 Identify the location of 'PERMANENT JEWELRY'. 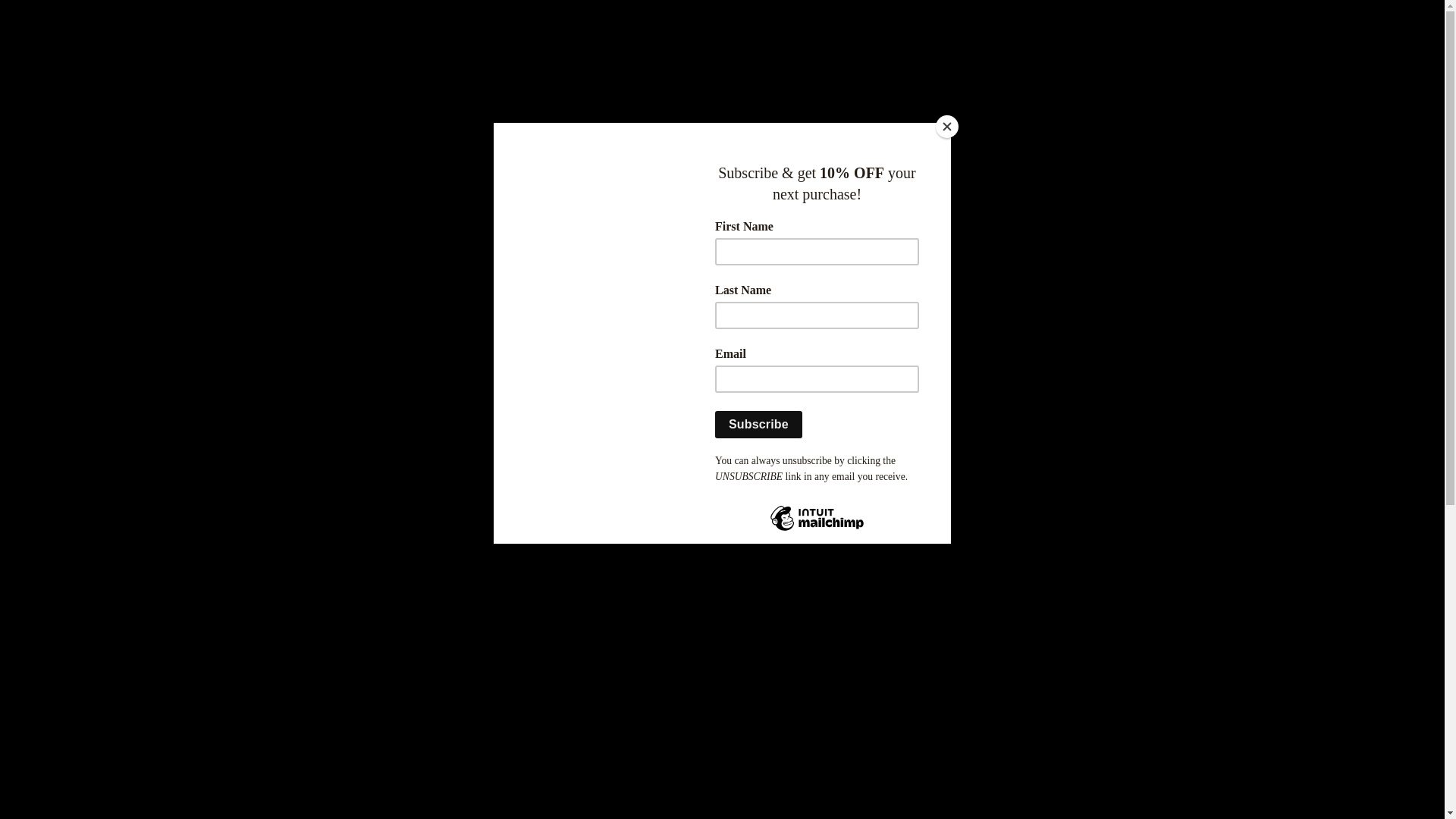
(624, 314).